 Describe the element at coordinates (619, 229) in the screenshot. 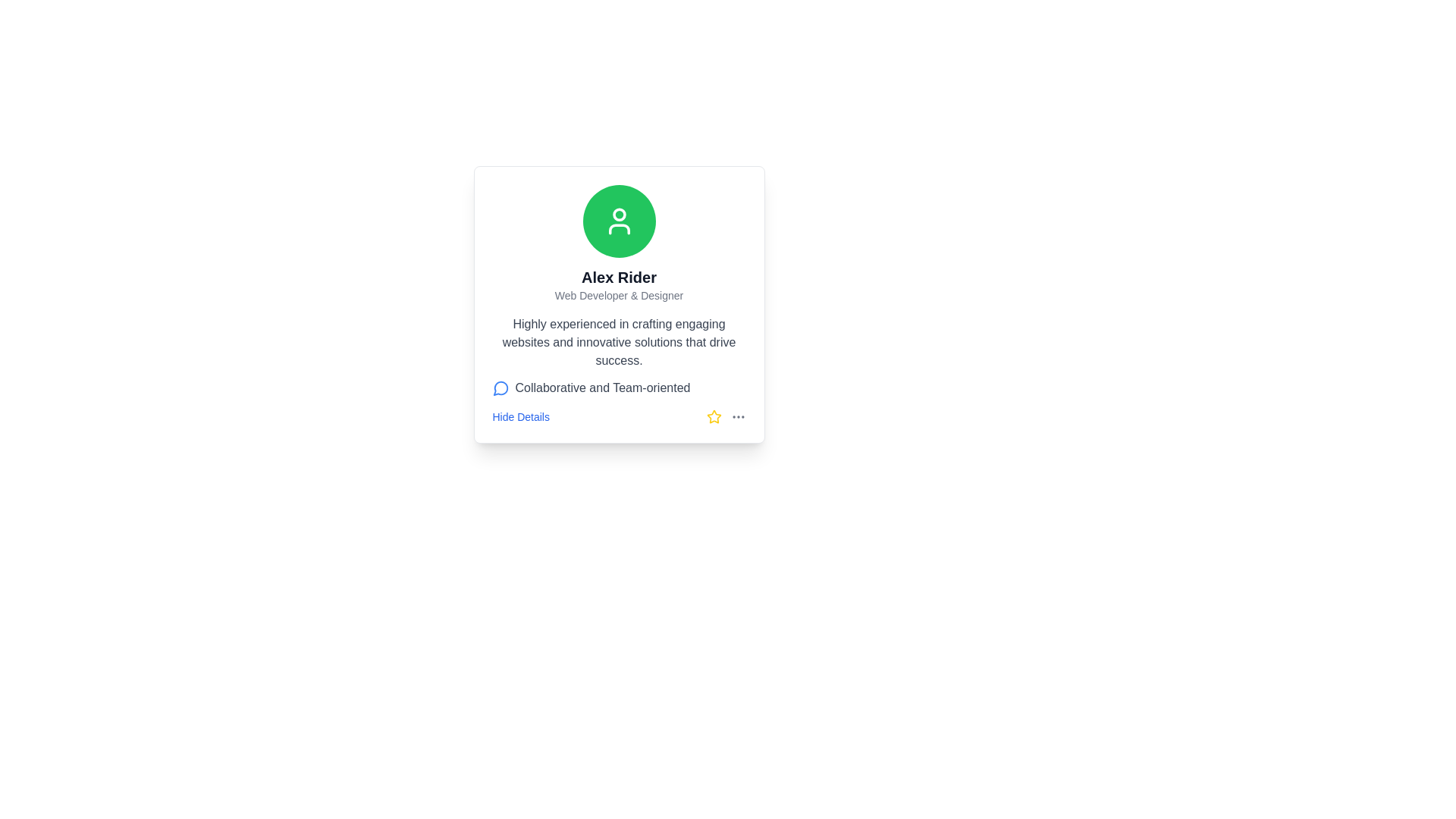

I see `the lower segment of the rectangular outline icon within the circular green icon located at the top center of the card featuring 'Alex Rider'` at that location.